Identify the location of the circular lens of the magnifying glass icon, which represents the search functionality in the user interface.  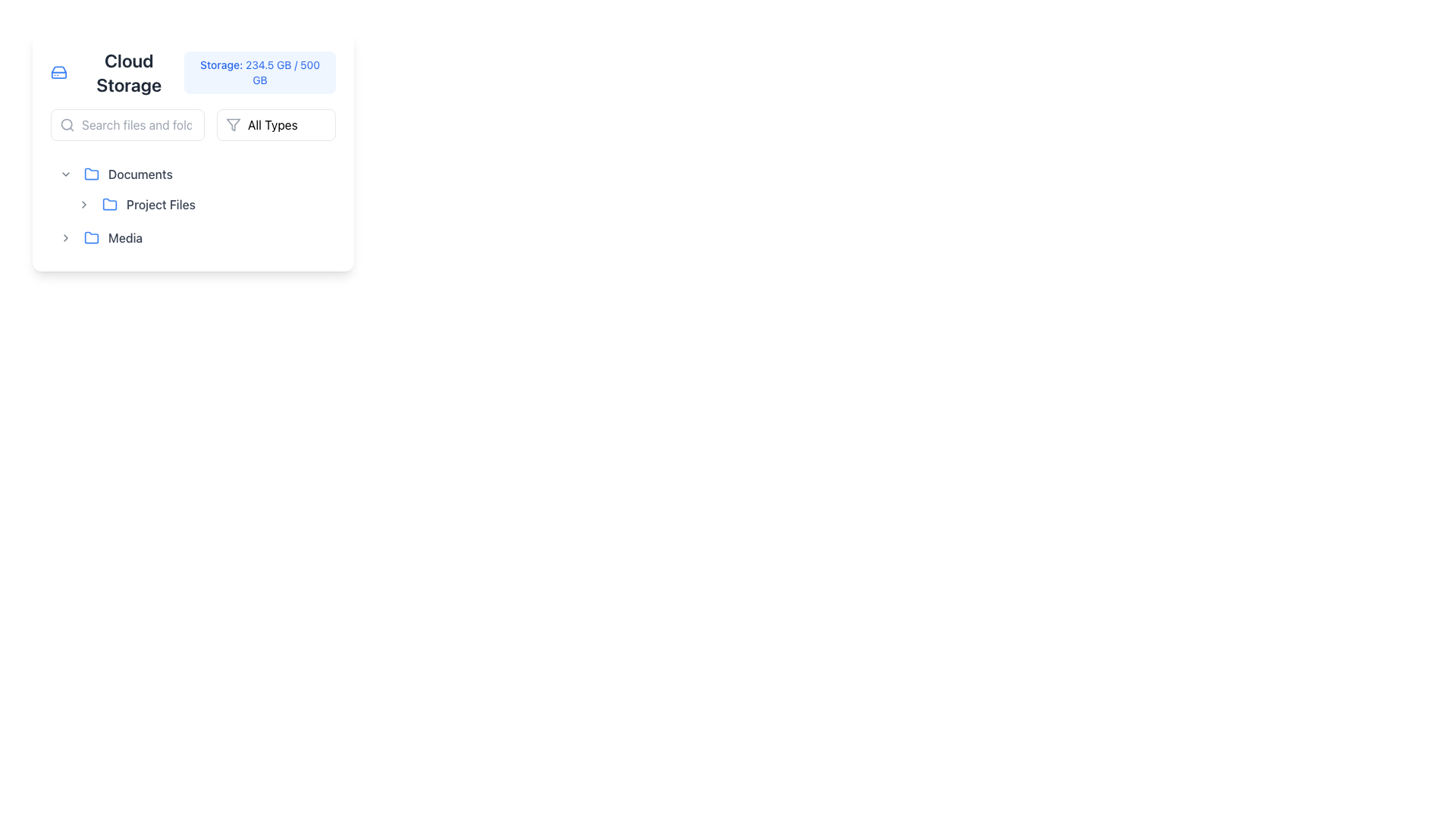
(66, 124).